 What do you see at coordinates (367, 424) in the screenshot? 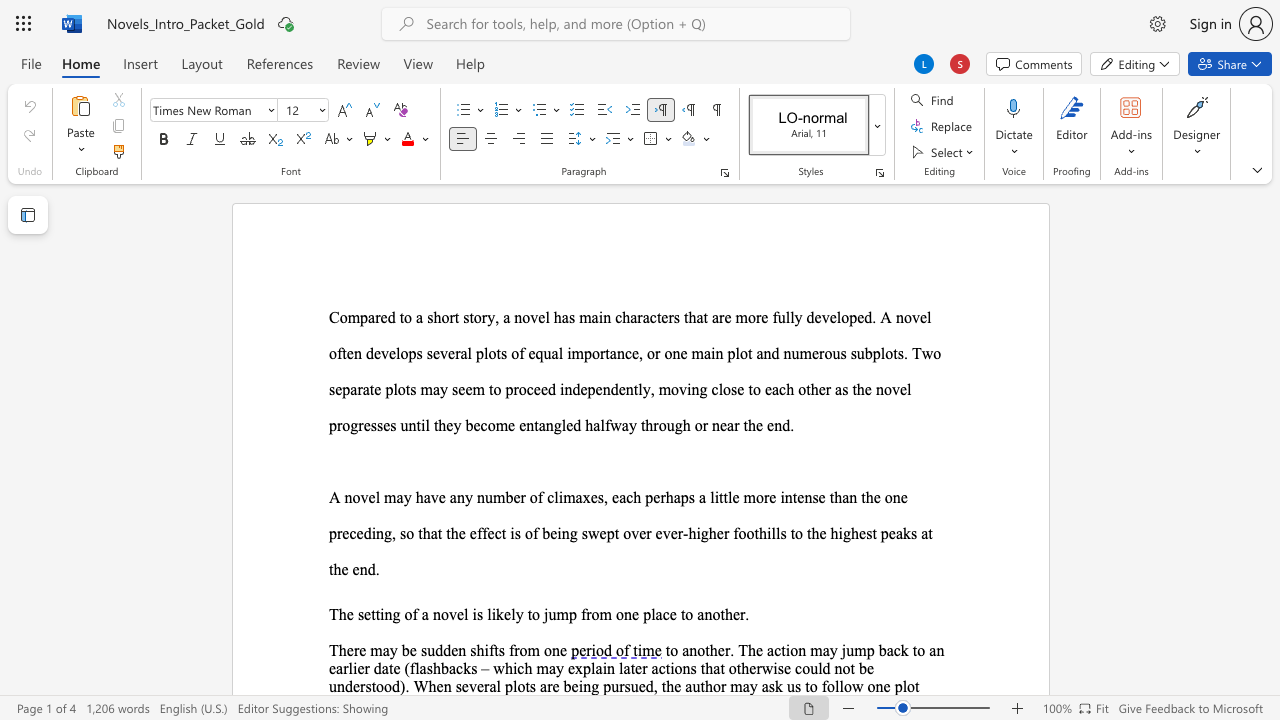
I see `the 9th character "e" in the text` at bounding box center [367, 424].